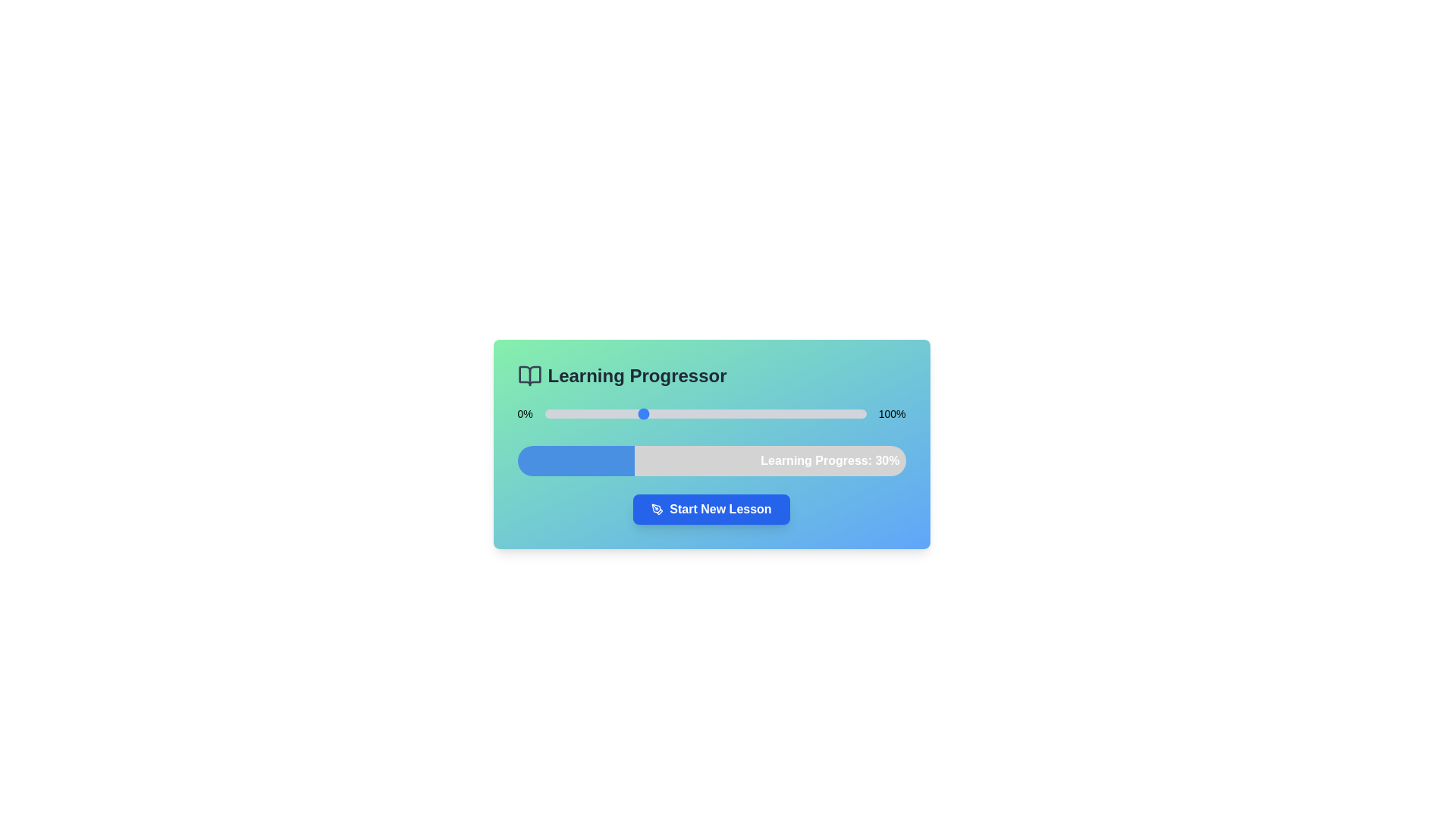 This screenshot has width=1456, height=819. What do you see at coordinates (827, 414) in the screenshot?
I see `the progress slider to set the progress to 88%` at bounding box center [827, 414].